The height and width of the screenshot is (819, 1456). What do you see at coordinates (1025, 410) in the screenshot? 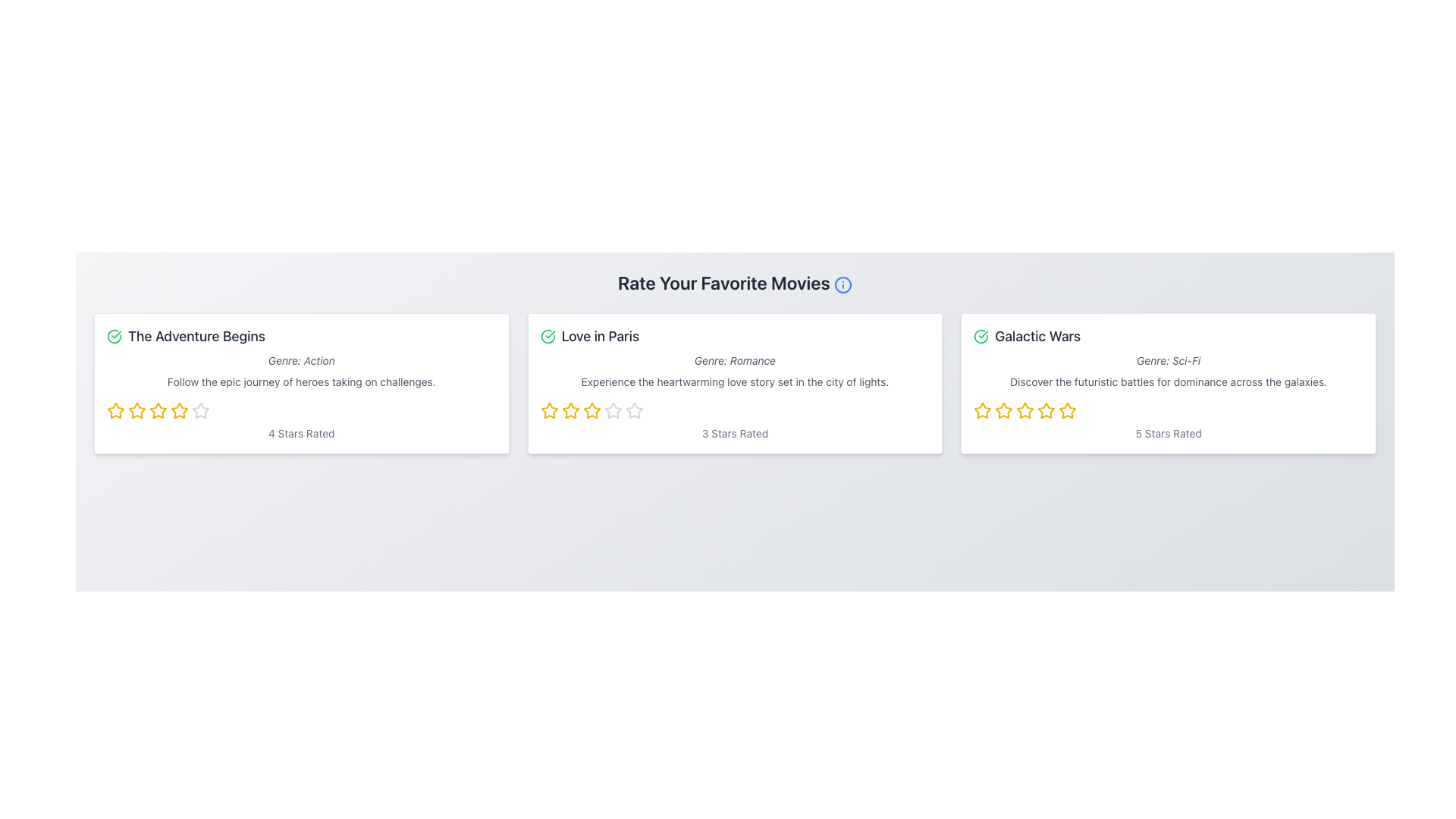
I see `the second interactive rating star under the 'Galactic Wars' card in the 'Rate Your Favorite Movies' section` at bounding box center [1025, 410].